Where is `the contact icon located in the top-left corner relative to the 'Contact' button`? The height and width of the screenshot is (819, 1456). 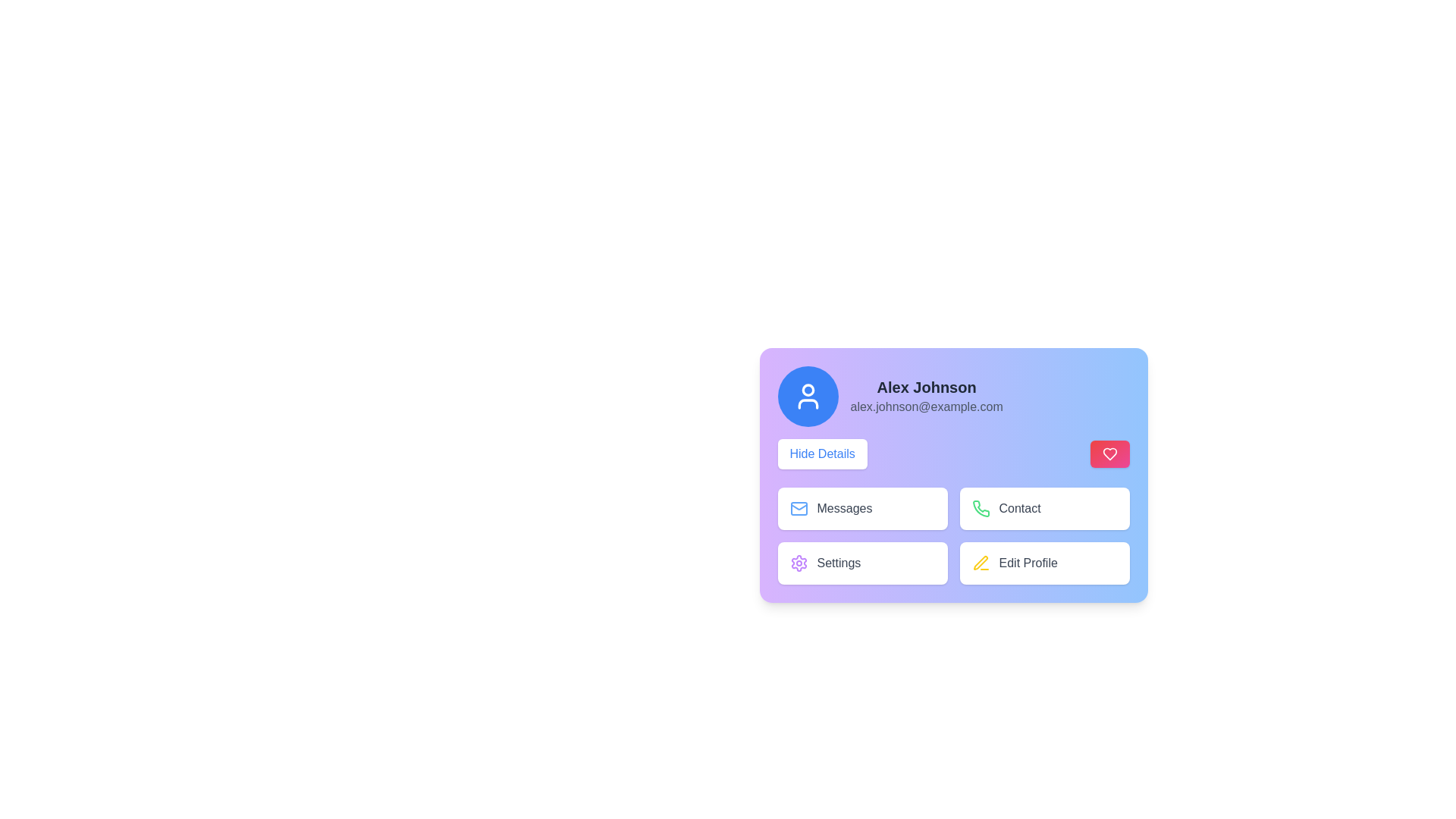
the contact icon located in the top-left corner relative to the 'Contact' button is located at coordinates (981, 509).